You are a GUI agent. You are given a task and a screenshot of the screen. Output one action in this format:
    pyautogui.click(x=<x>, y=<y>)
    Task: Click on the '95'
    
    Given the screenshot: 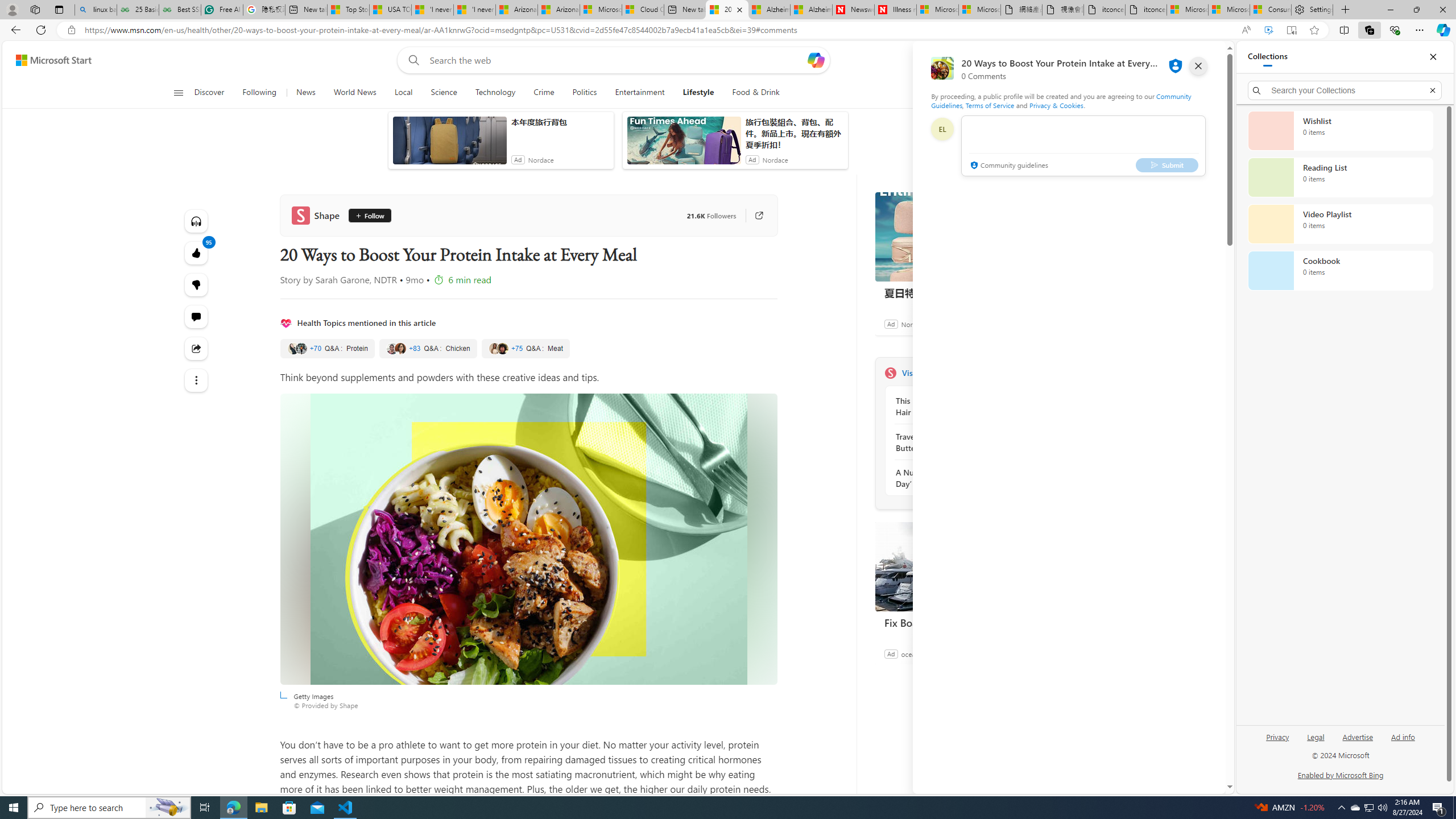 What is the action you would take?
    pyautogui.click(x=196, y=285)
    